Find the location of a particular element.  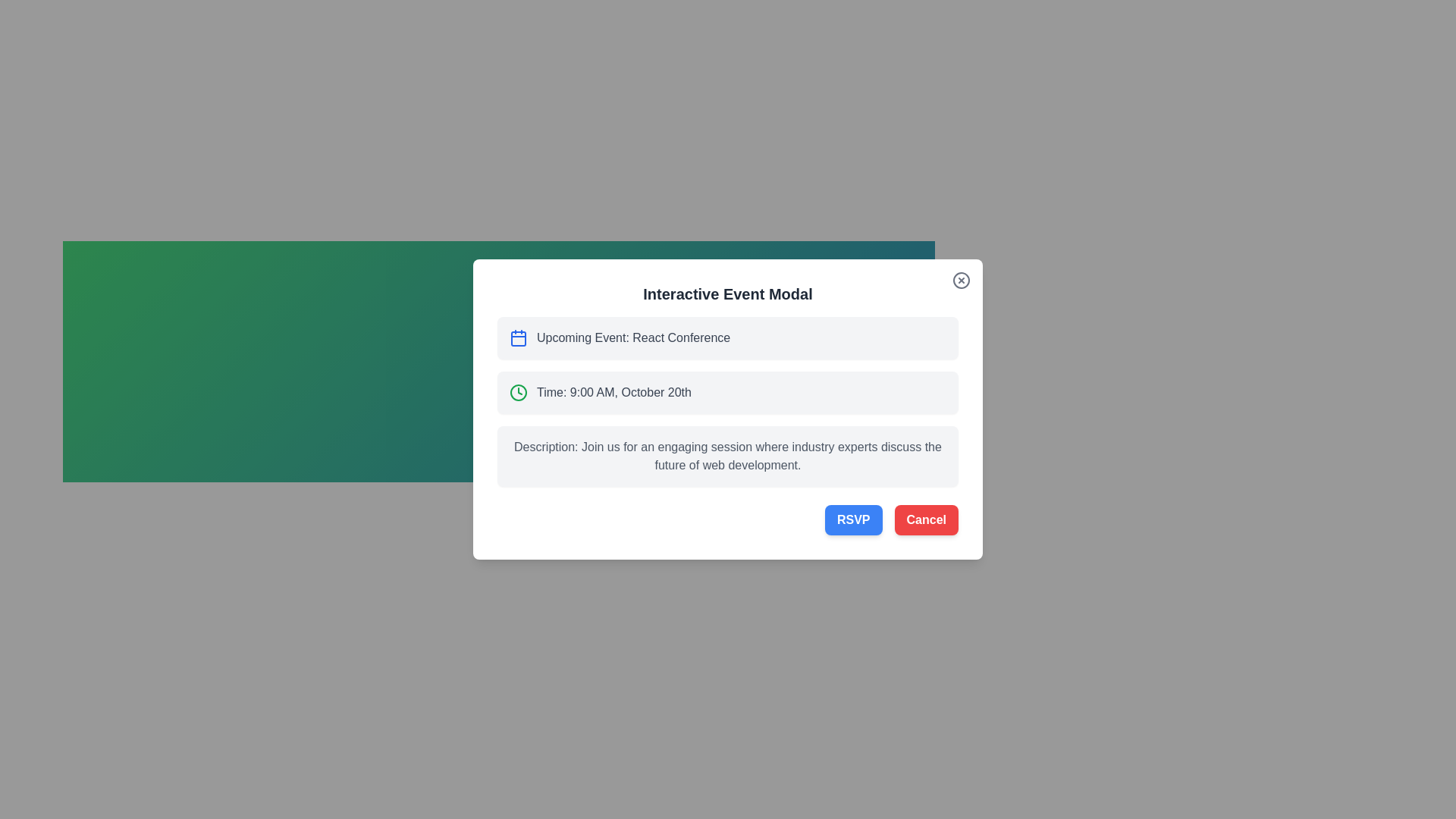

the circular close button icon located at the top-right corner of the modal interface is located at coordinates (960, 281).